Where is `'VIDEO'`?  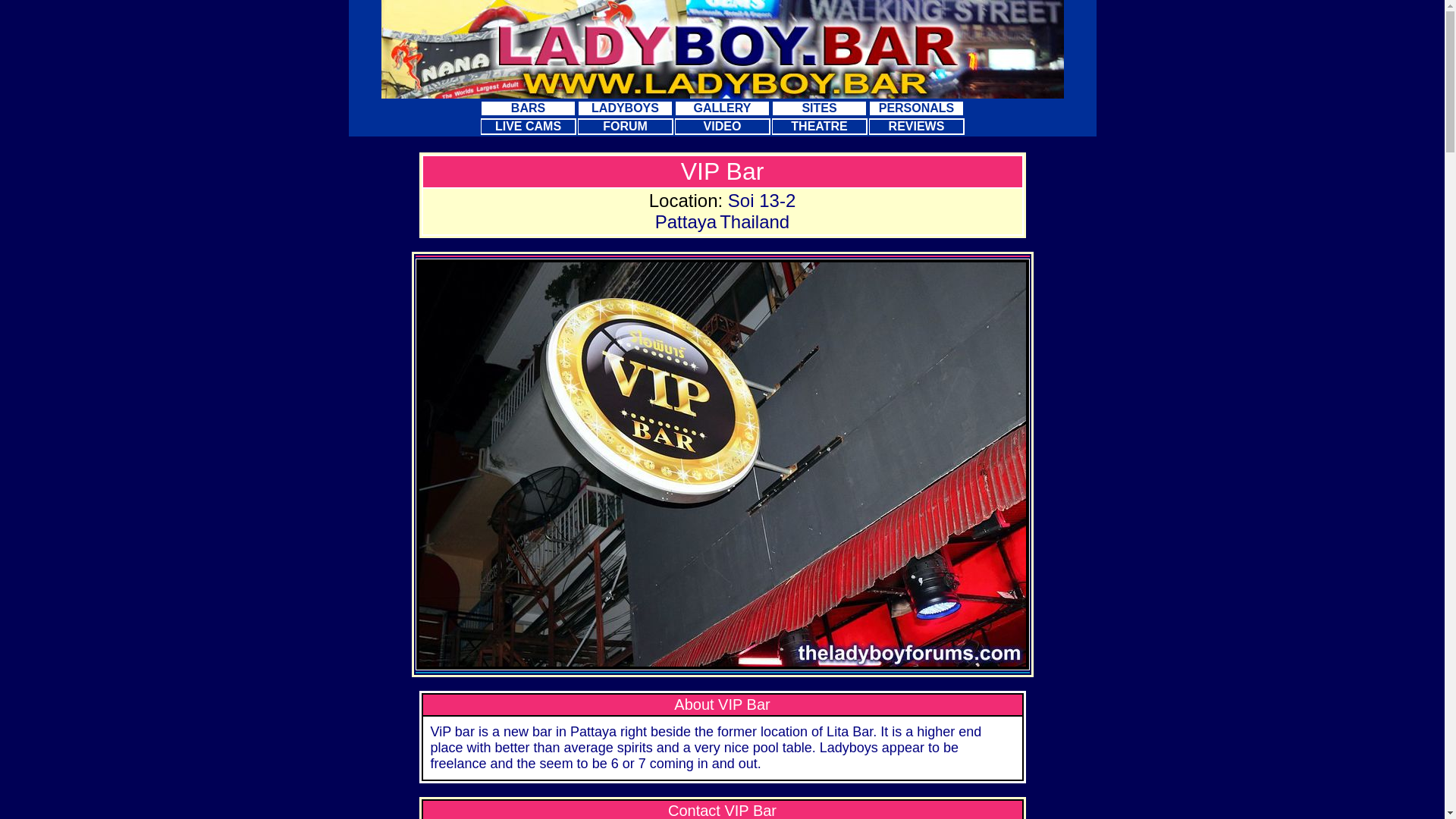 'VIDEO' is located at coordinates (720, 125).